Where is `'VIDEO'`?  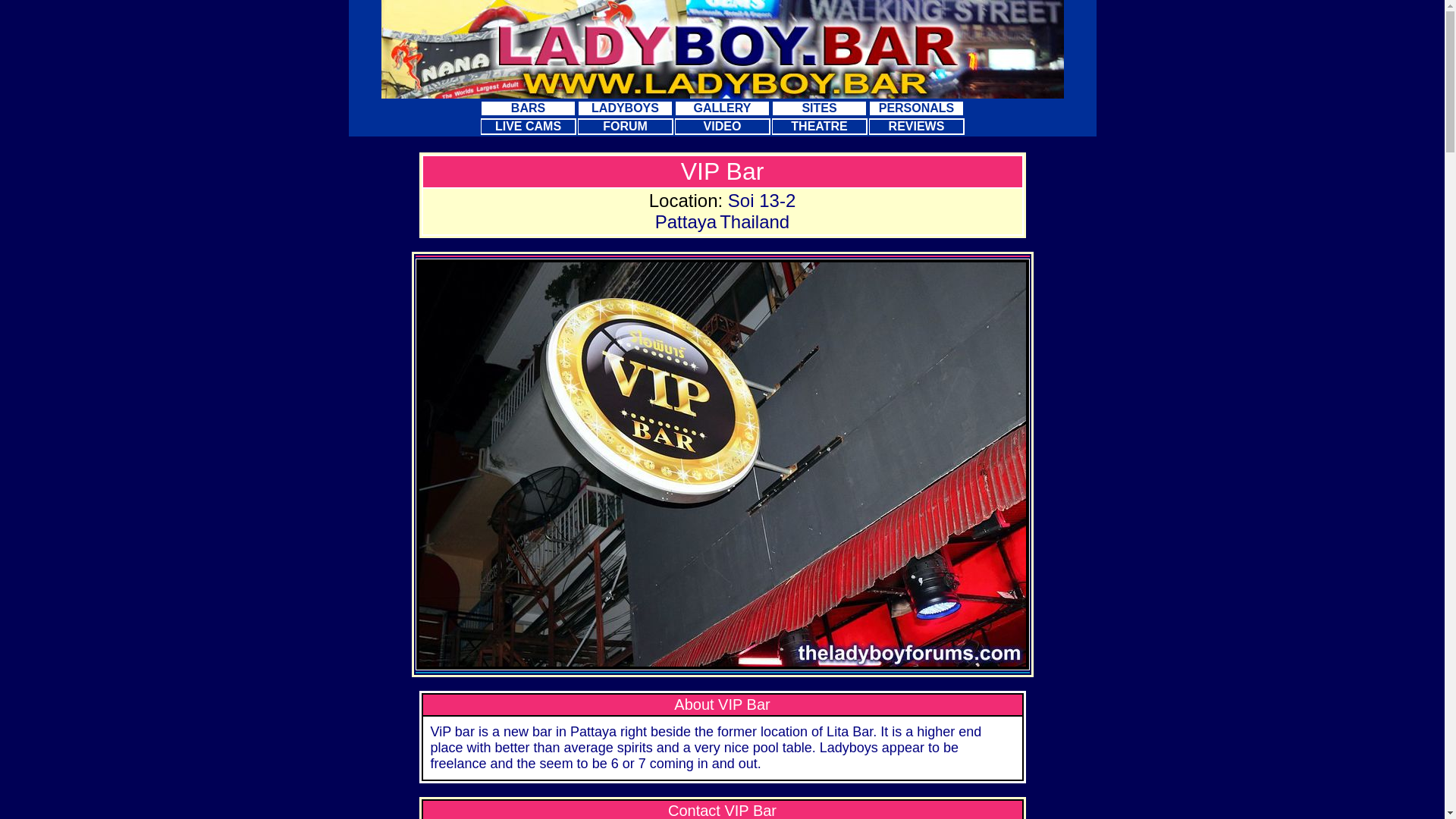 'VIDEO' is located at coordinates (720, 125).